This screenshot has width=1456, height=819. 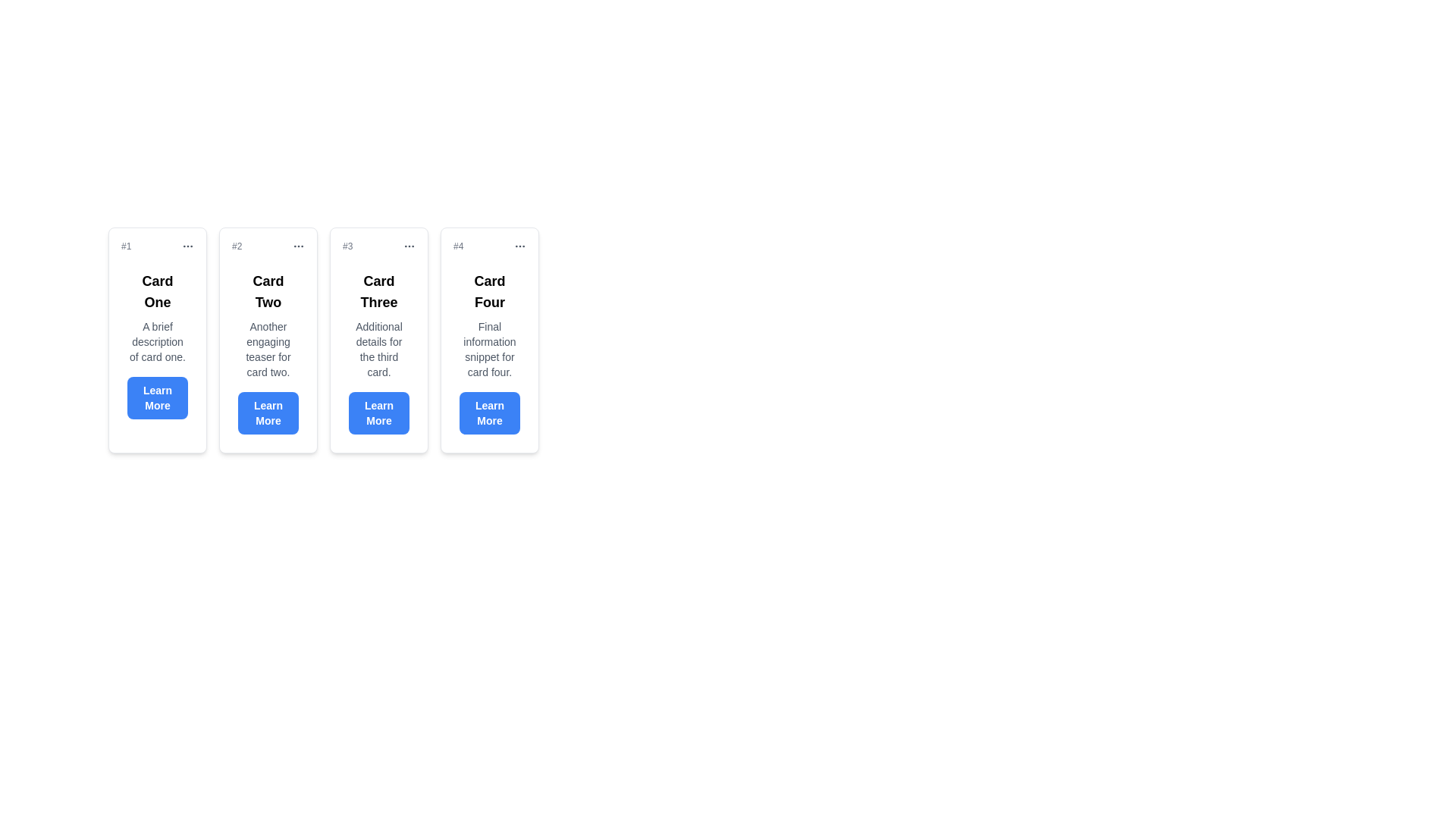 What do you see at coordinates (157, 397) in the screenshot?
I see `the 'Learn More' button, which is a rectangular button with rounded corners, blue background, and white bold text, located at the bottom of 'Card One'` at bounding box center [157, 397].